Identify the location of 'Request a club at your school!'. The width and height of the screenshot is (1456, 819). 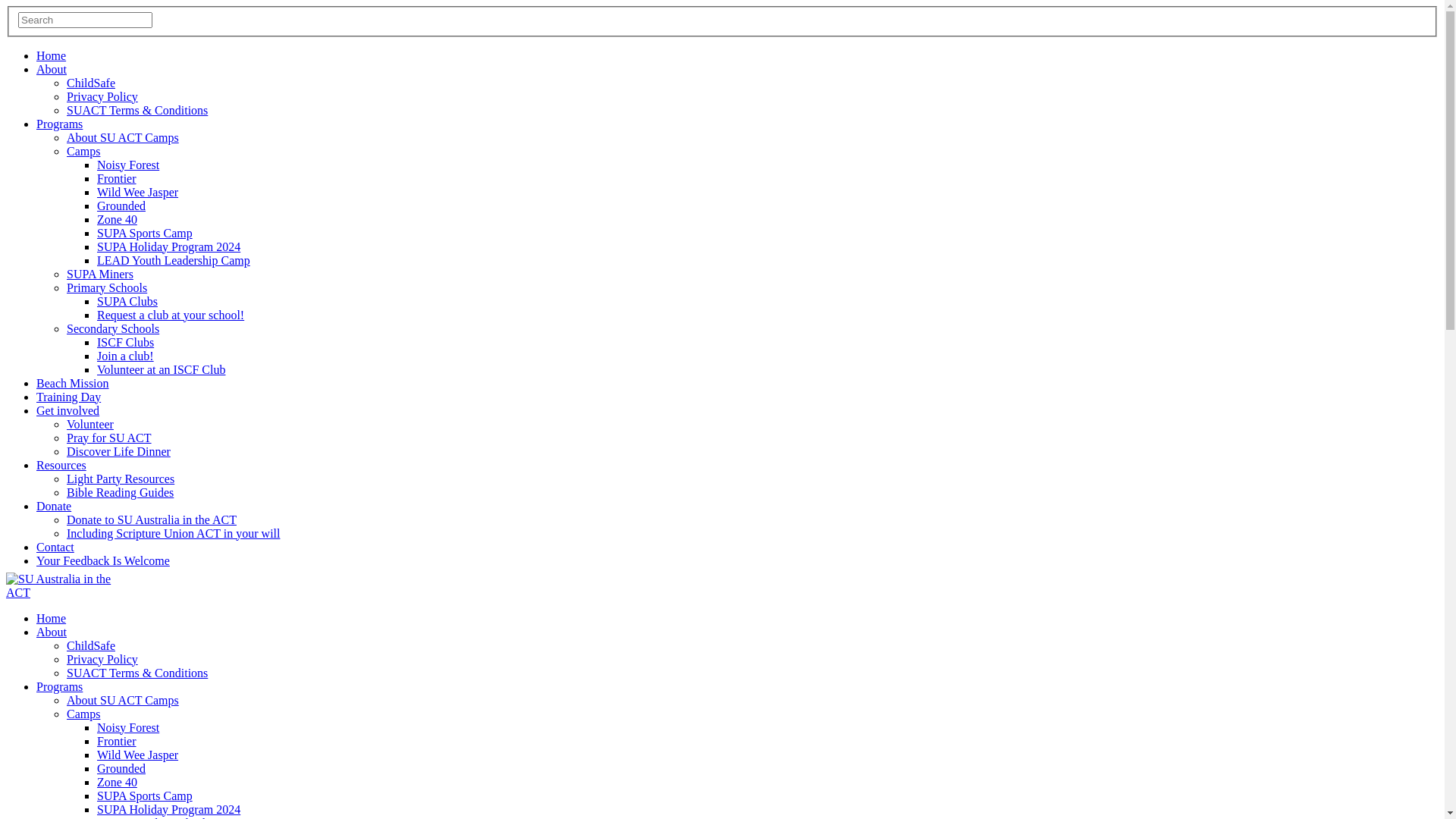
(96, 314).